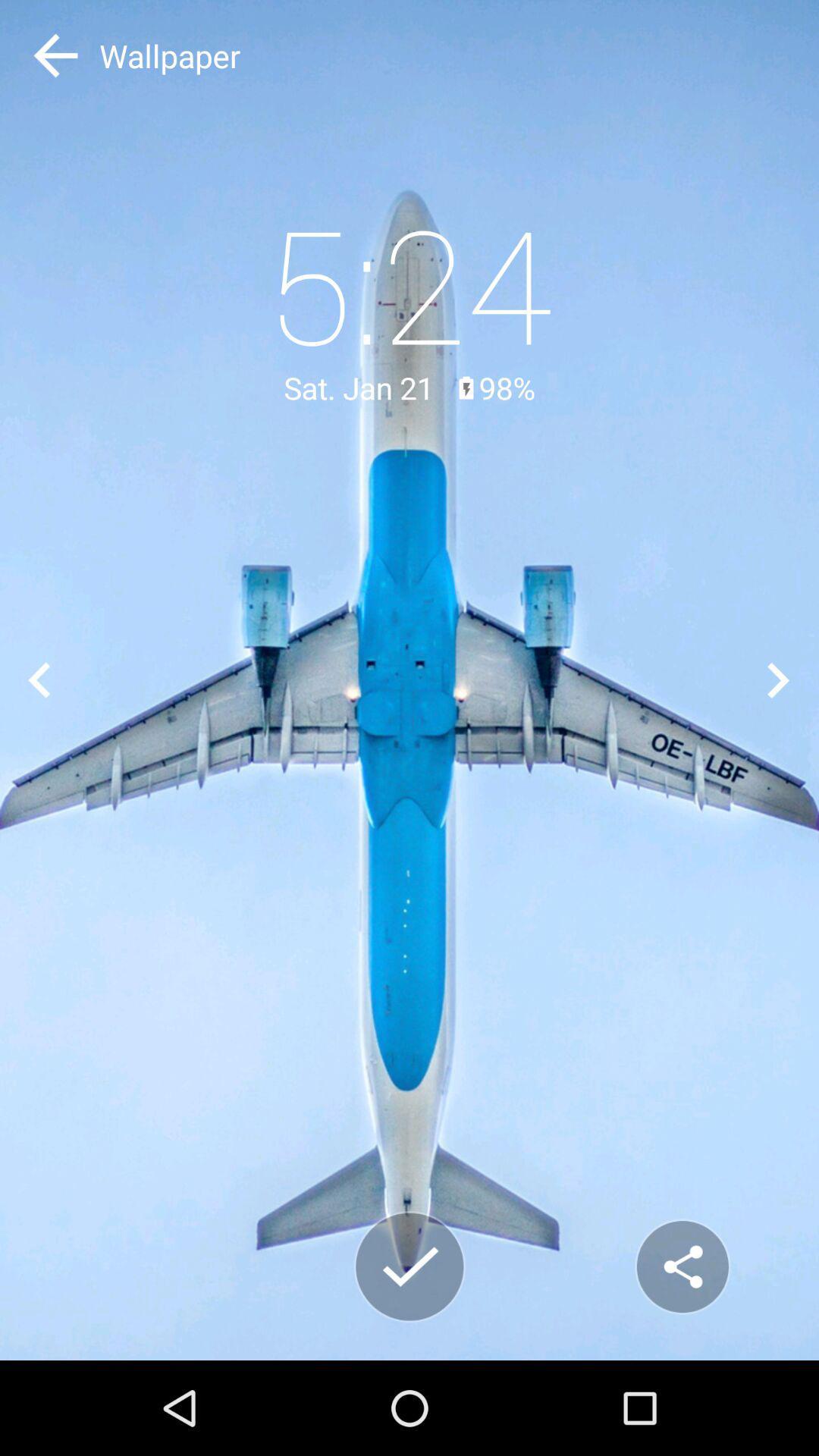  What do you see at coordinates (779, 679) in the screenshot?
I see `the arrow_forward icon` at bounding box center [779, 679].